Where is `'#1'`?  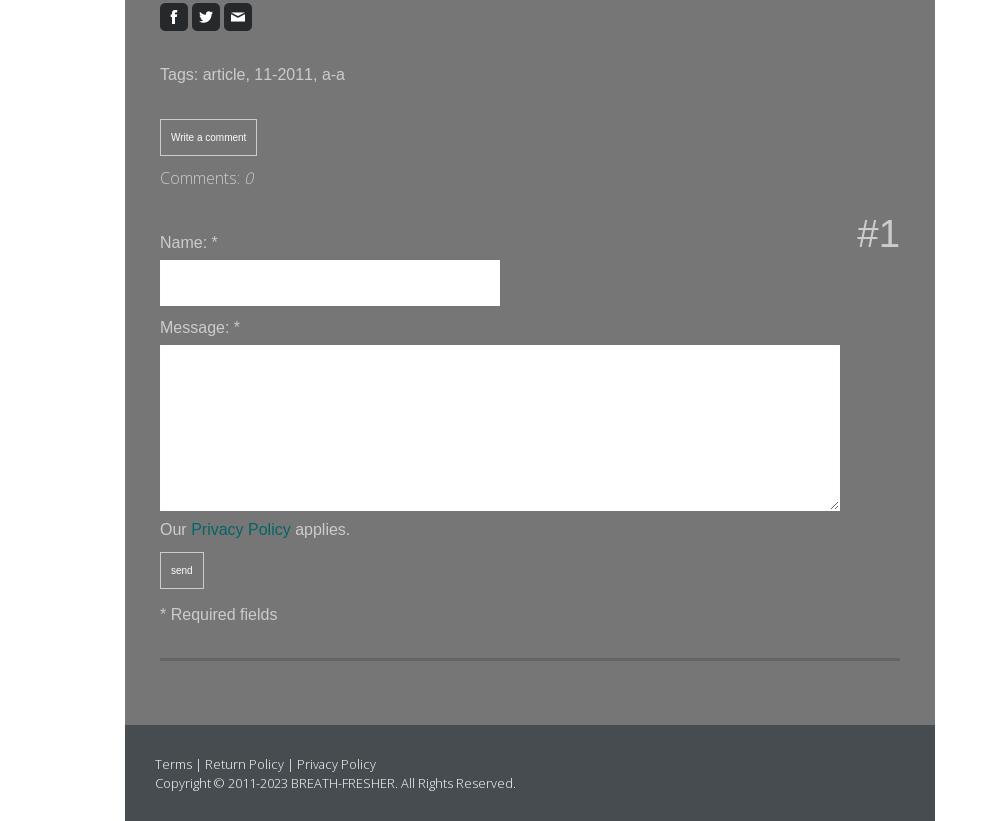 '#1' is located at coordinates (856, 233).